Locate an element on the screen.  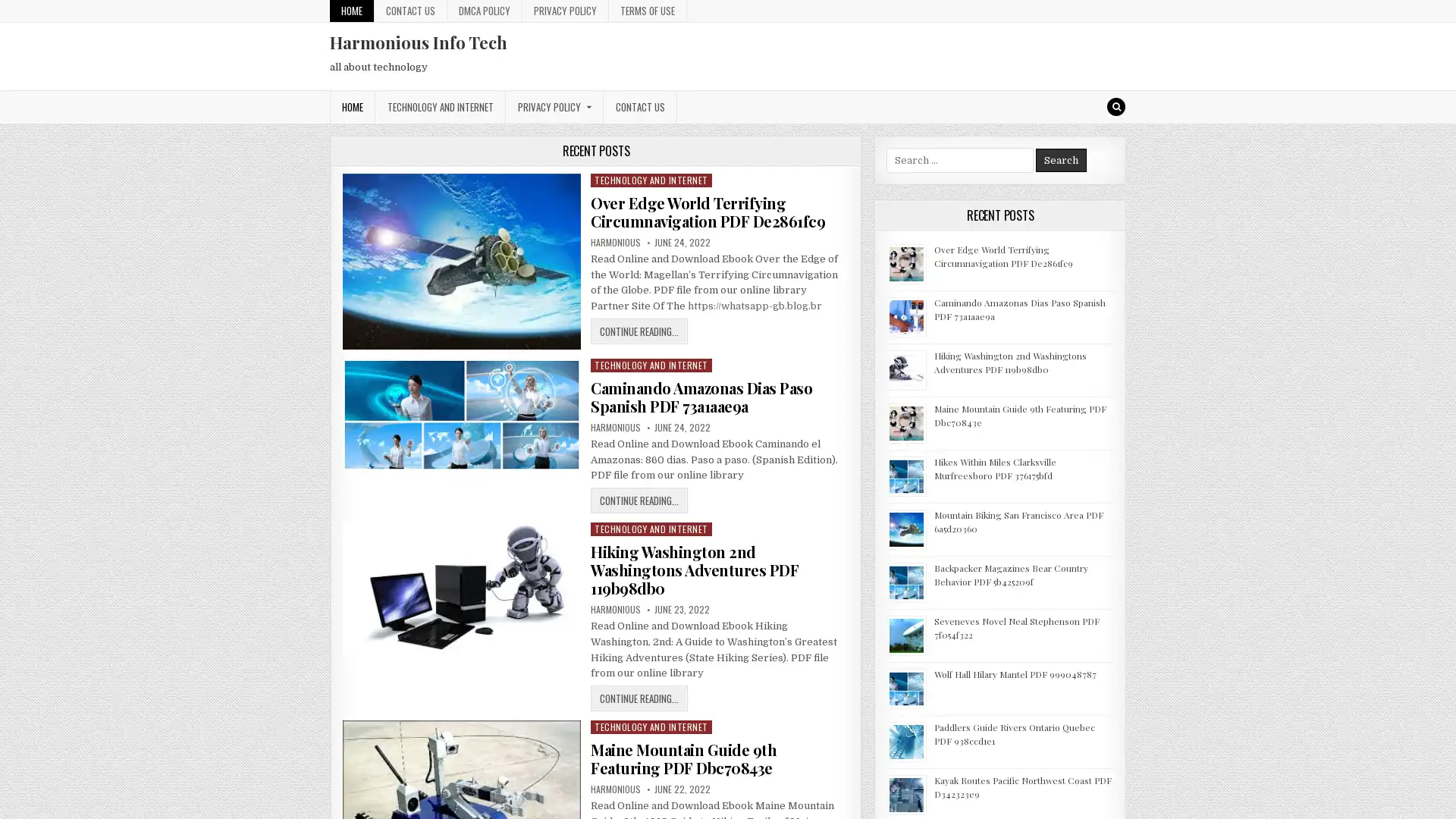
Search is located at coordinates (1060, 160).